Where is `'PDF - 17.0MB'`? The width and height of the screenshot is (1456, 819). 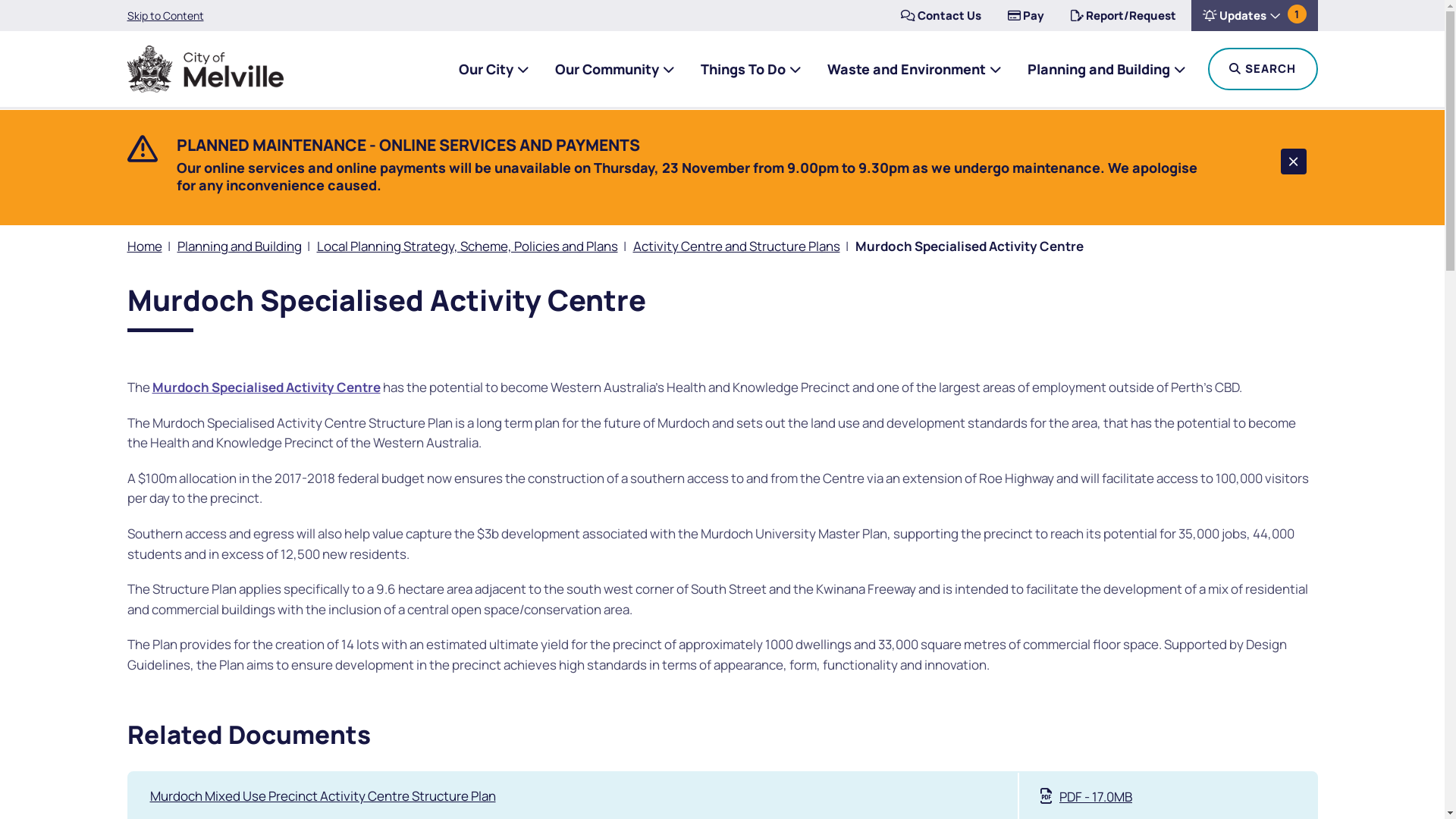 'PDF - 17.0MB' is located at coordinates (1085, 795).